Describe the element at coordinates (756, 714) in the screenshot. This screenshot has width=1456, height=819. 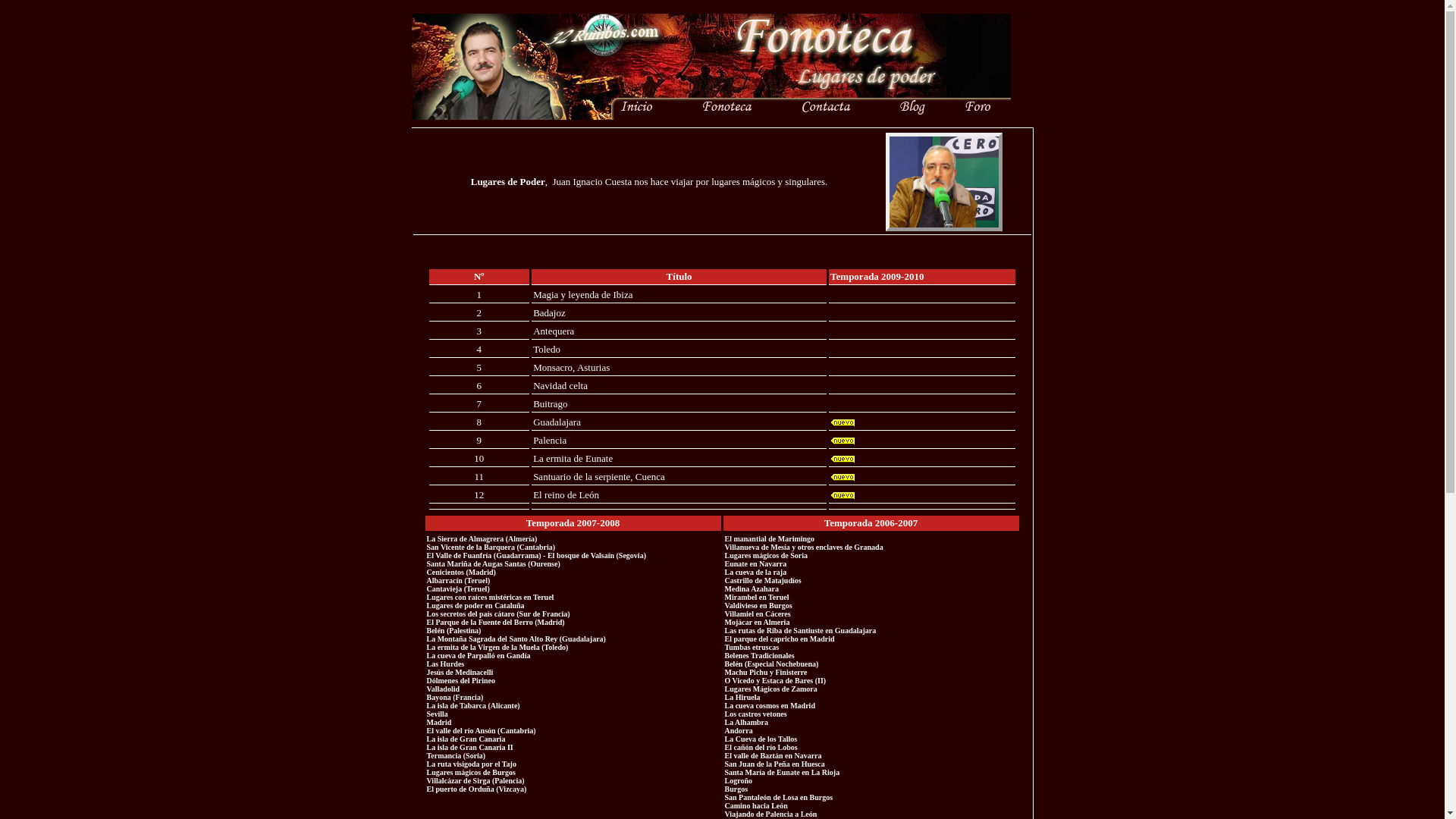
I see `'Los castros vetones'` at that location.